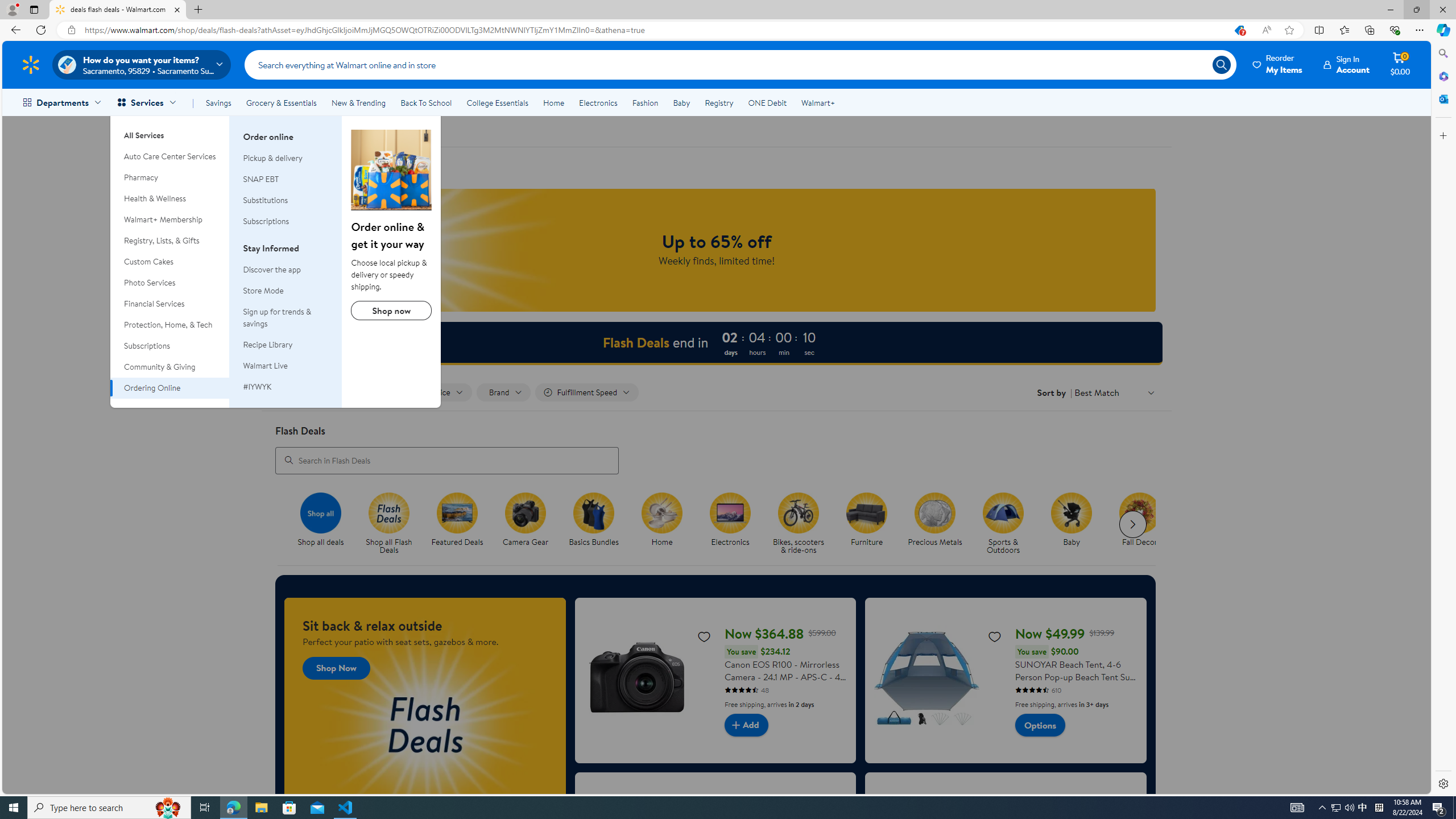  What do you see at coordinates (169, 130) in the screenshot?
I see `'All Services'` at bounding box center [169, 130].